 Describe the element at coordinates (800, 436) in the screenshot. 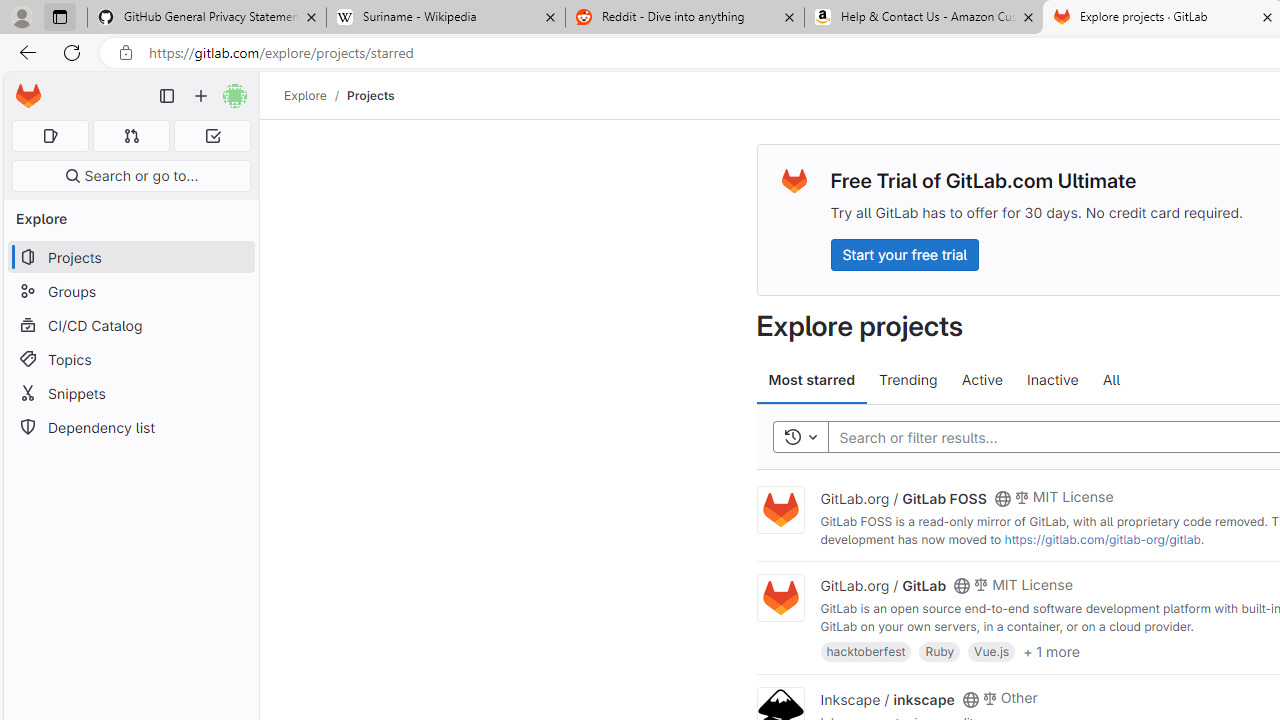

I see `'Toggle history'` at that location.